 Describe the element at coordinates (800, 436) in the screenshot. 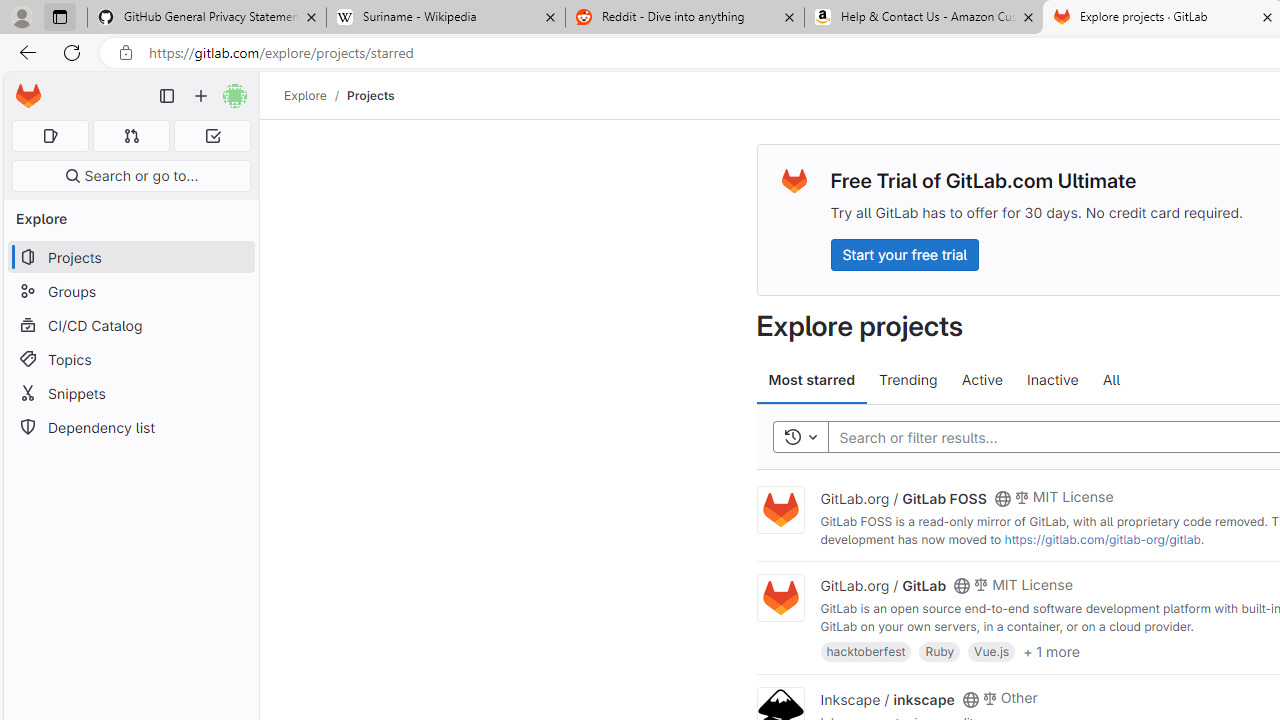

I see `'Toggle history'` at that location.